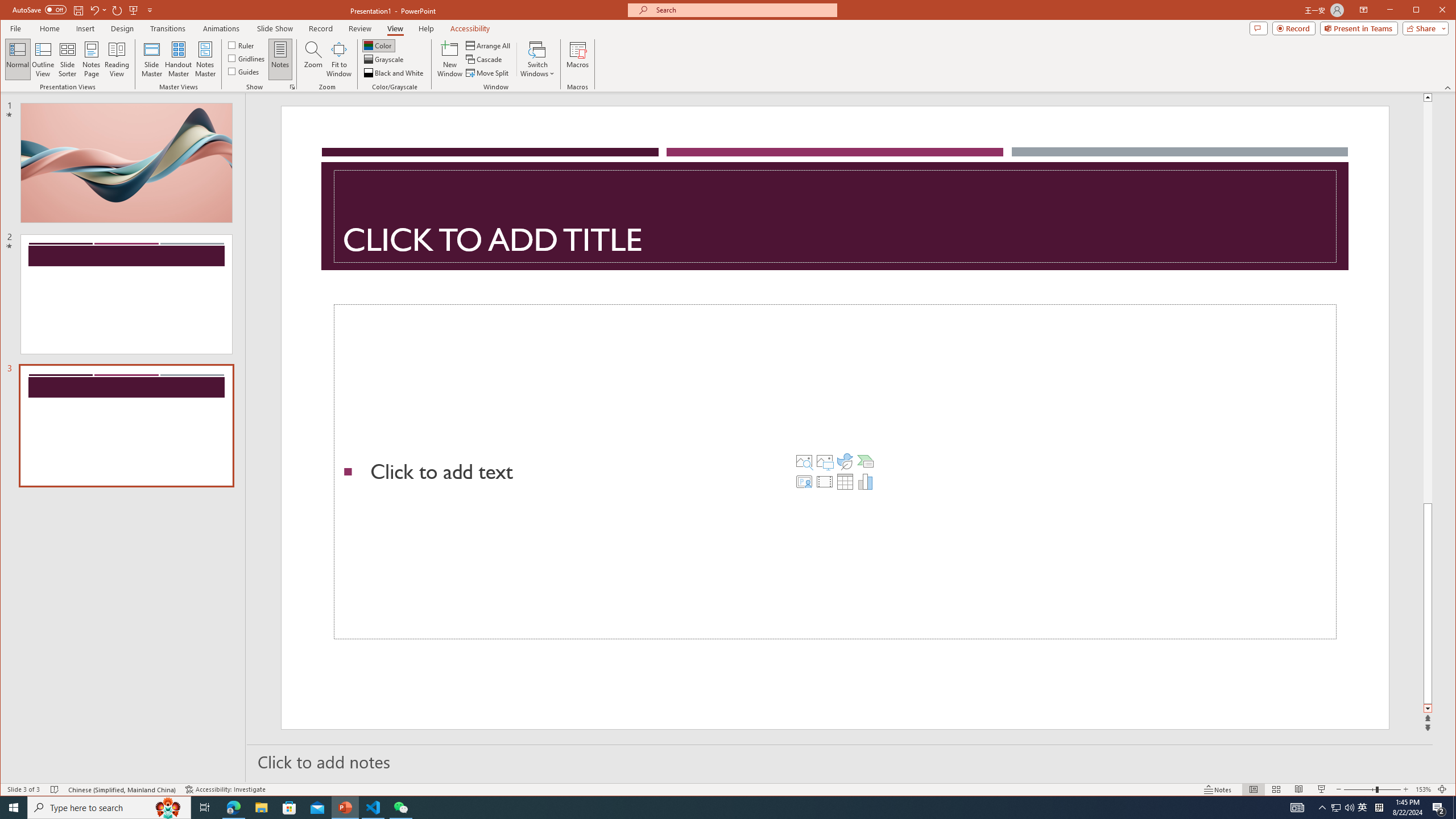 The width and height of the screenshot is (1456, 819). Describe the element at coordinates (178, 59) in the screenshot. I see `'Handout Master'` at that location.